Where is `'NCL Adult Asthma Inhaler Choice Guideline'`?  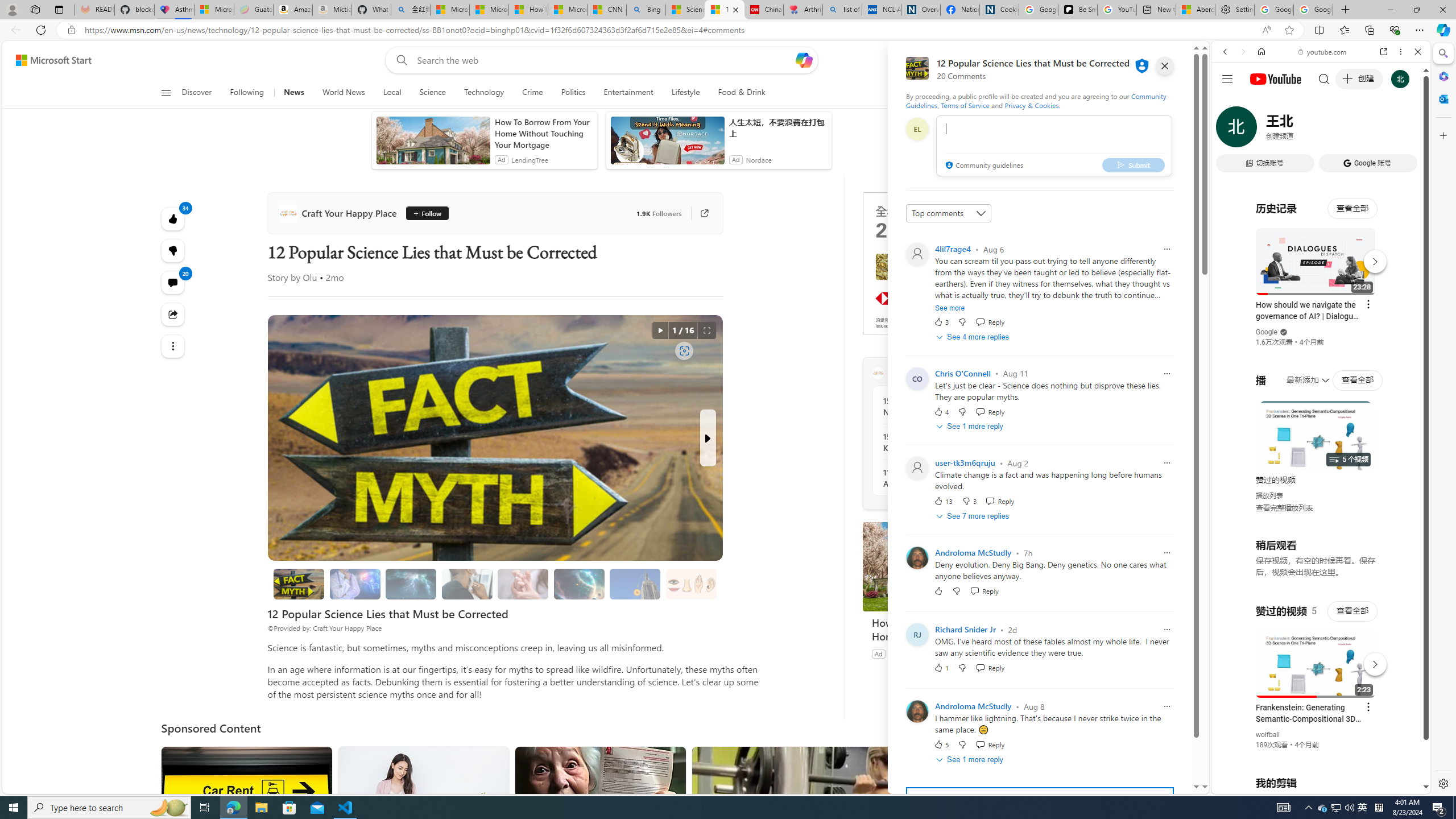
'NCL Adult Asthma Inhaler Choice Guideline' is located at coordinates (881, 9).